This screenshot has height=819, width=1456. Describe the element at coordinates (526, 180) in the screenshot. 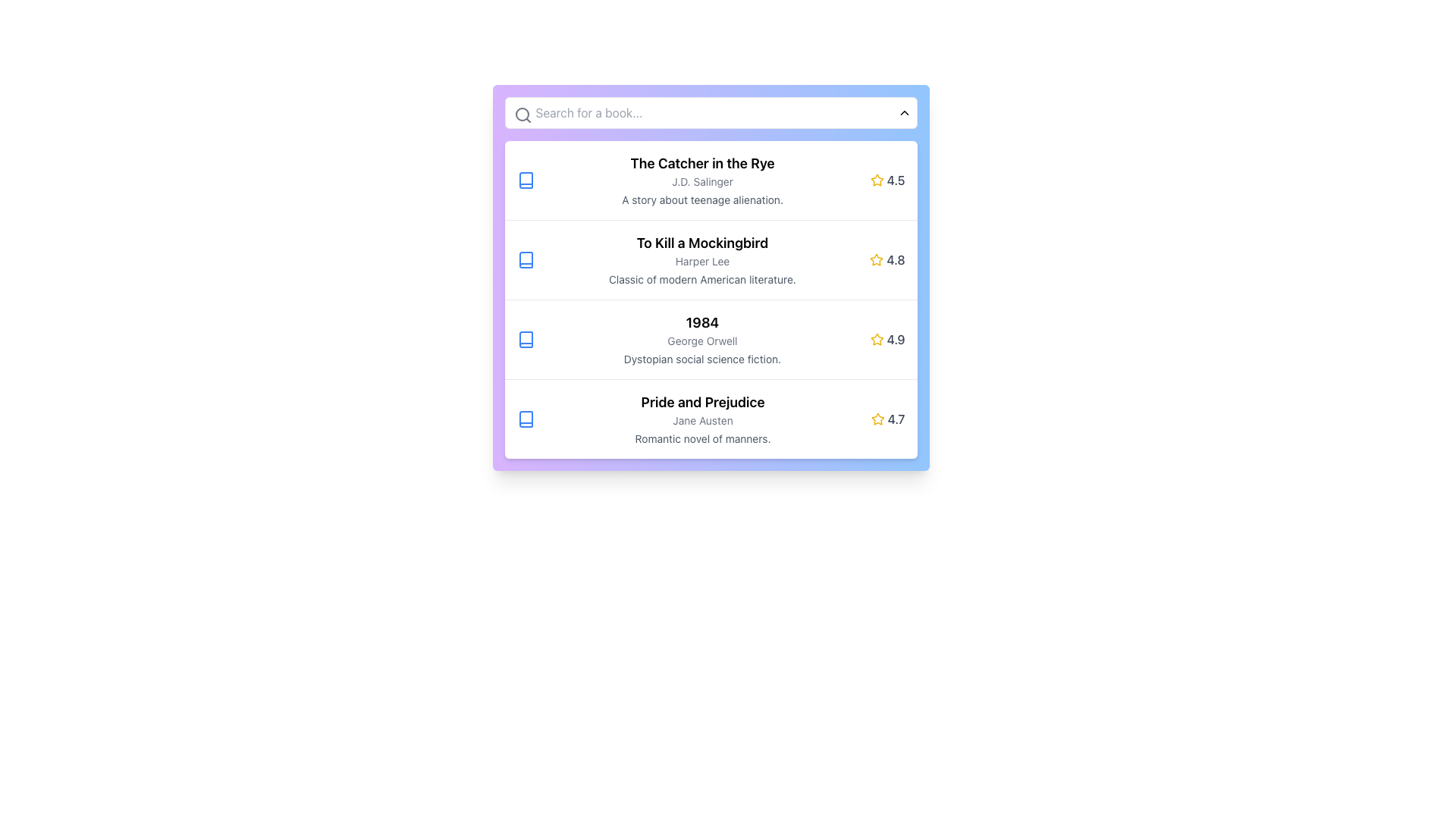

I see `the book icon representing 'The Catcher in the Rye', which is the first icon in a vertical list of books, located to the left of its title and description` at that location.